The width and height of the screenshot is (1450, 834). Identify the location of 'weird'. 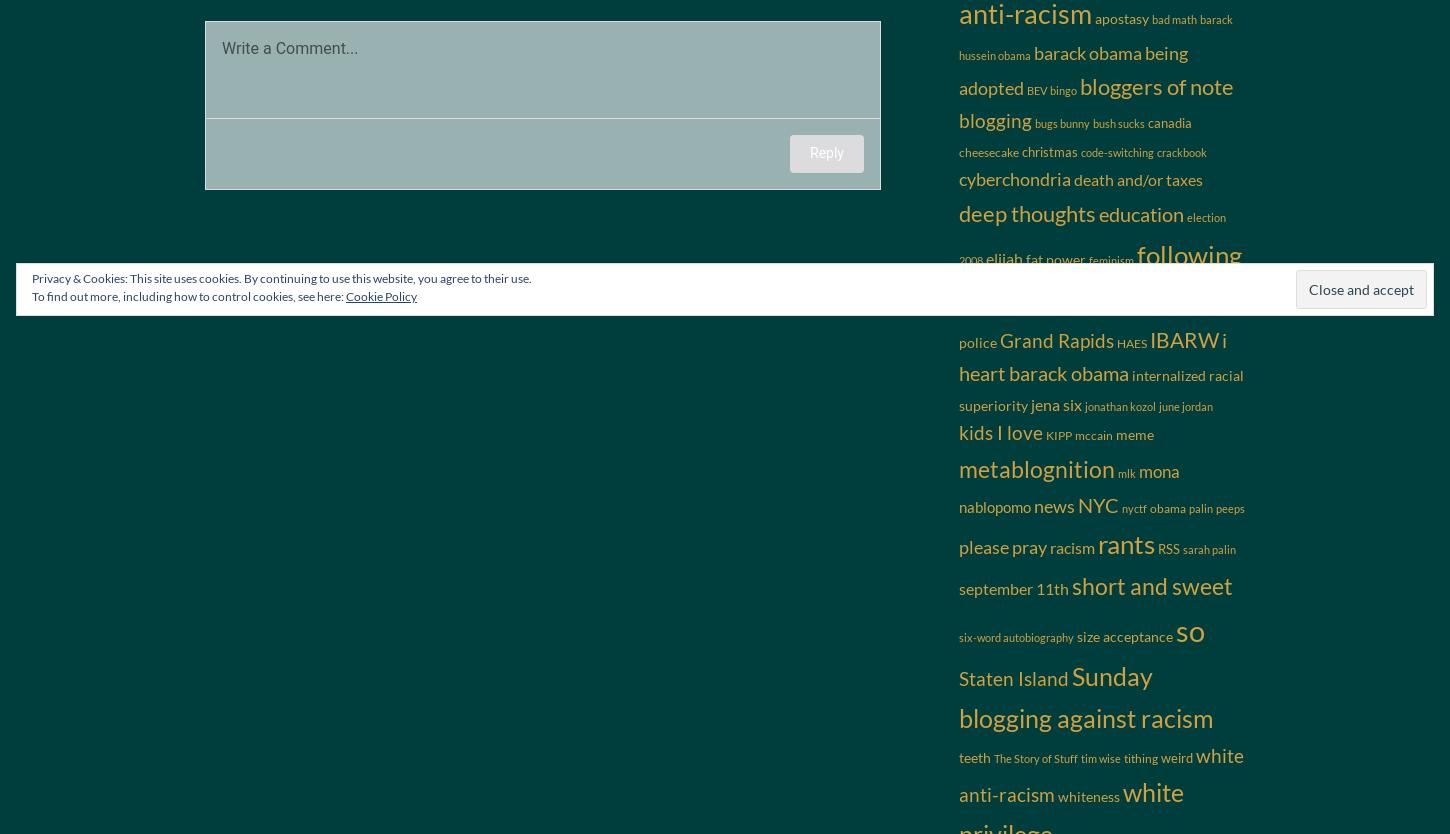
(1175, 757).